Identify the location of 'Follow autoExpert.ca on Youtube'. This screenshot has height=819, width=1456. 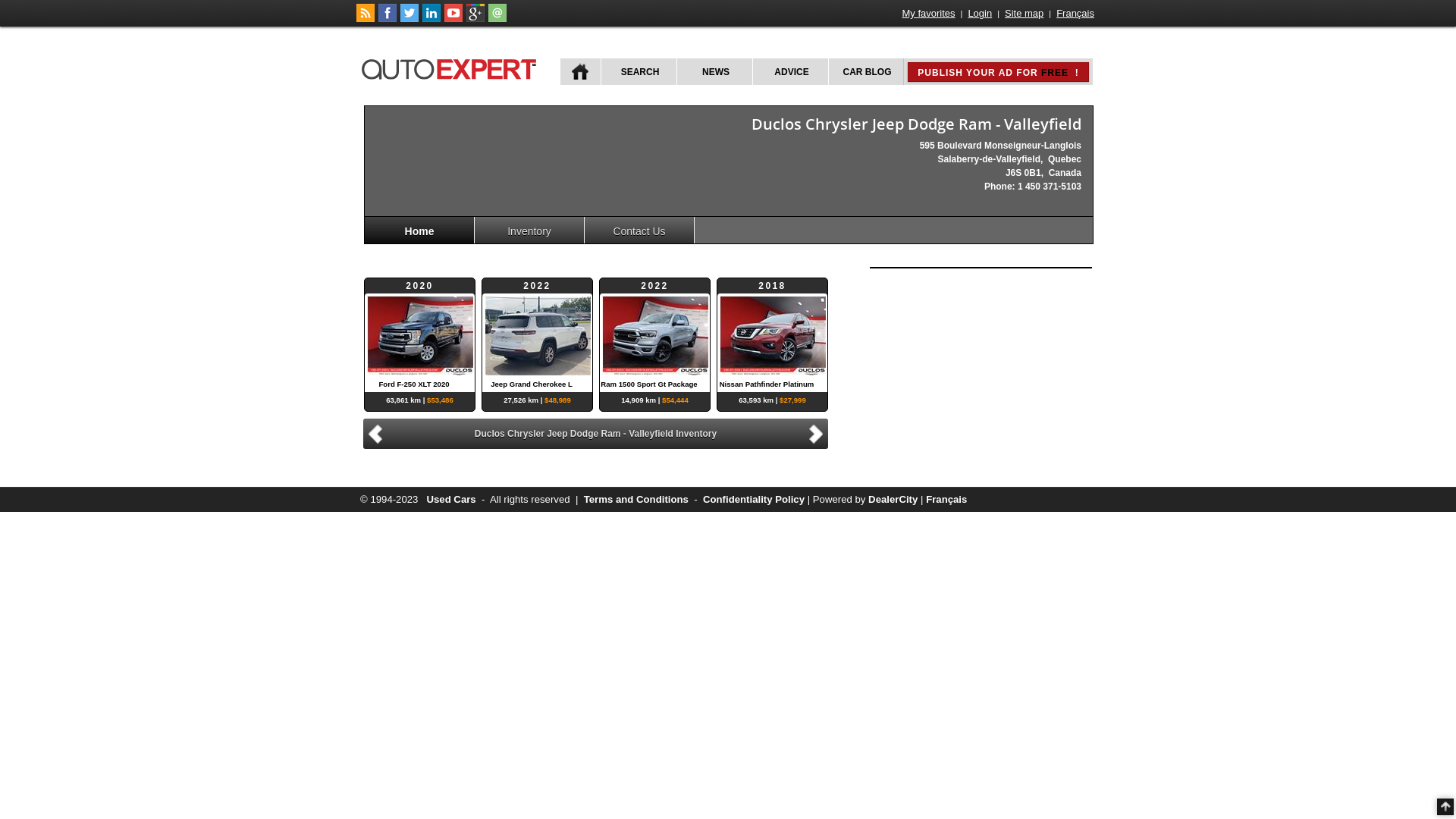
(443, 18).